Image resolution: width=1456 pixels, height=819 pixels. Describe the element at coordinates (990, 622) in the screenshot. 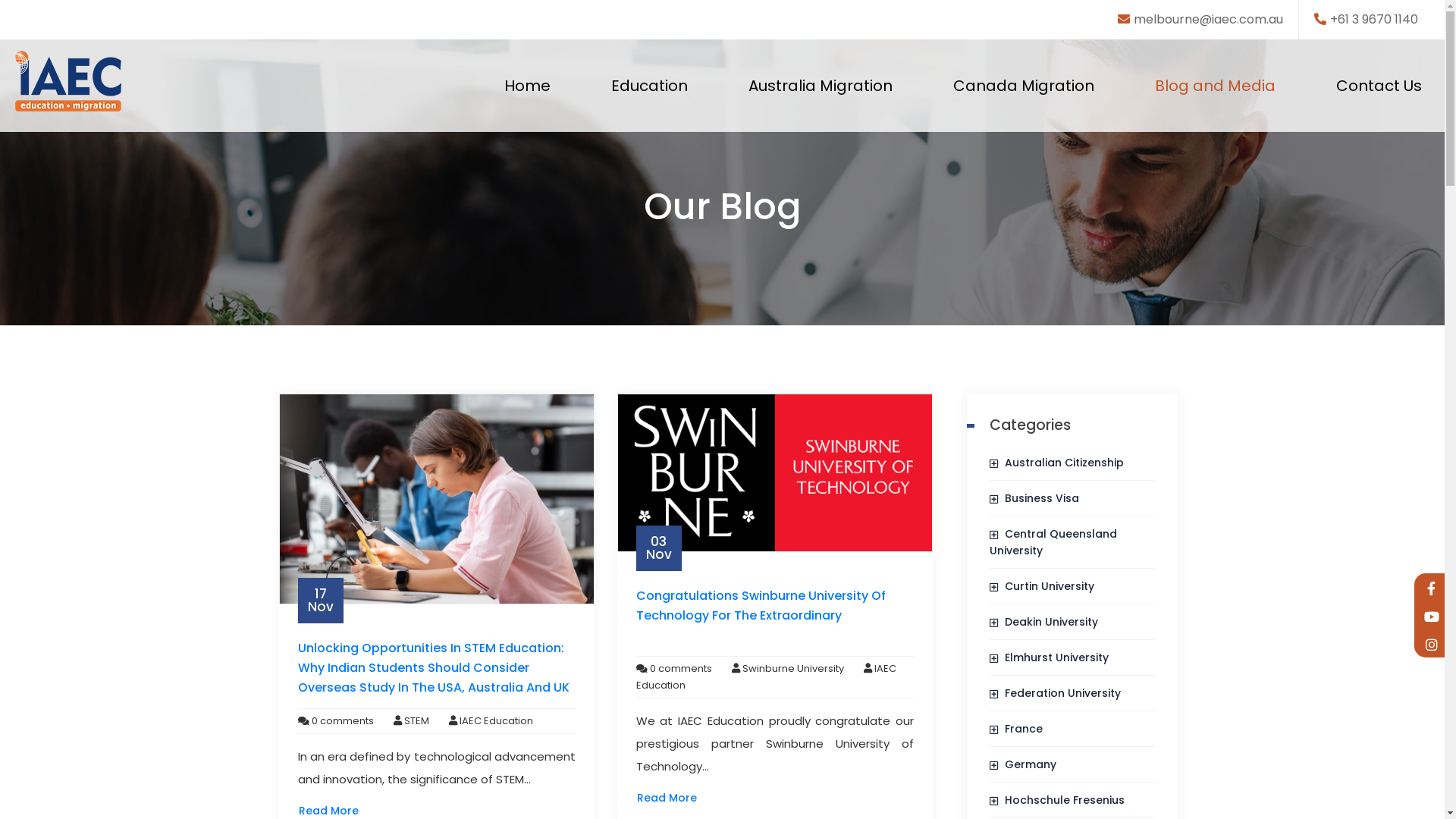

I see `'Deakin University'` at that location.